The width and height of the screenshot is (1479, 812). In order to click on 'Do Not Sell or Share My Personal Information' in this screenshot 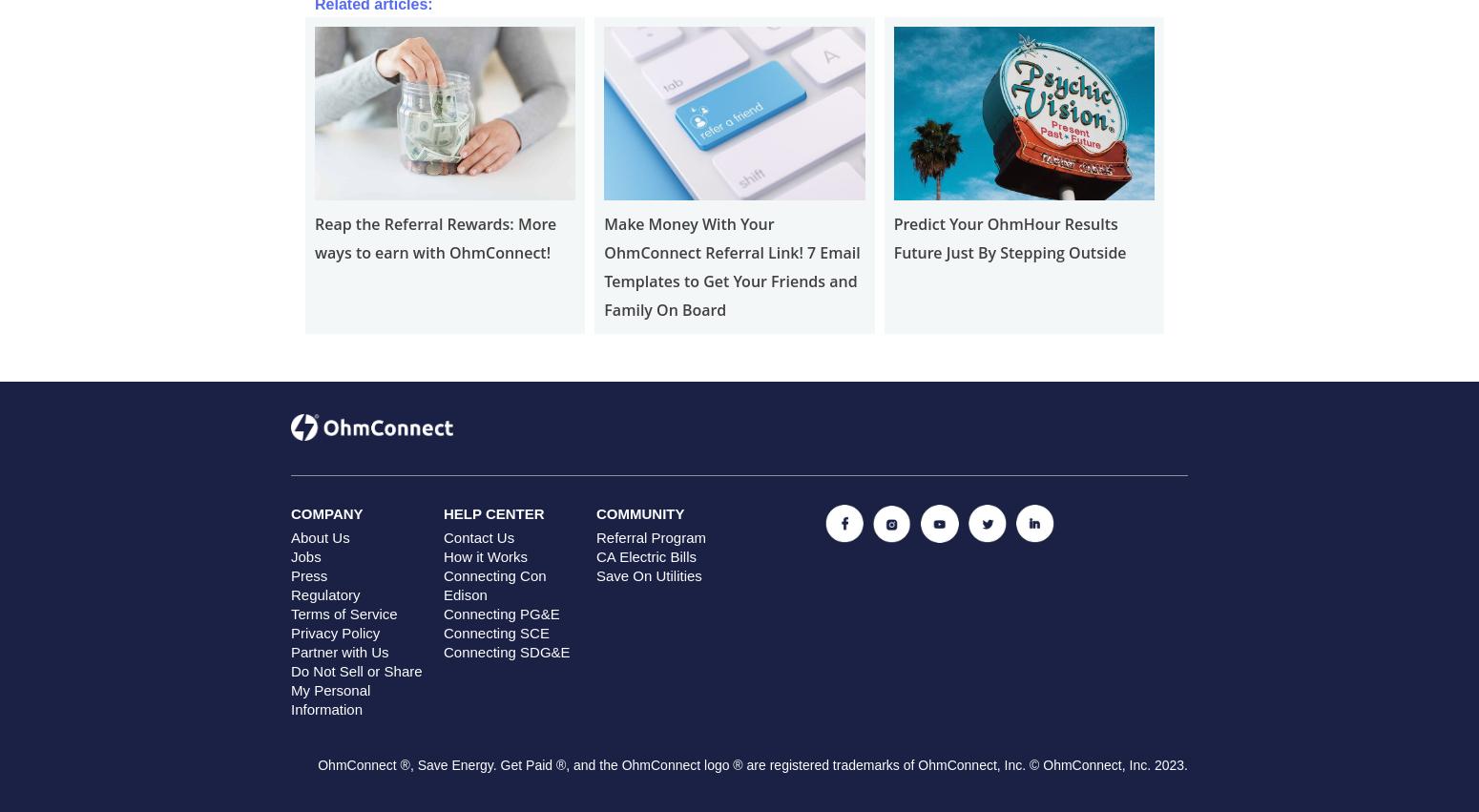, I will do `click(291, 689)`.